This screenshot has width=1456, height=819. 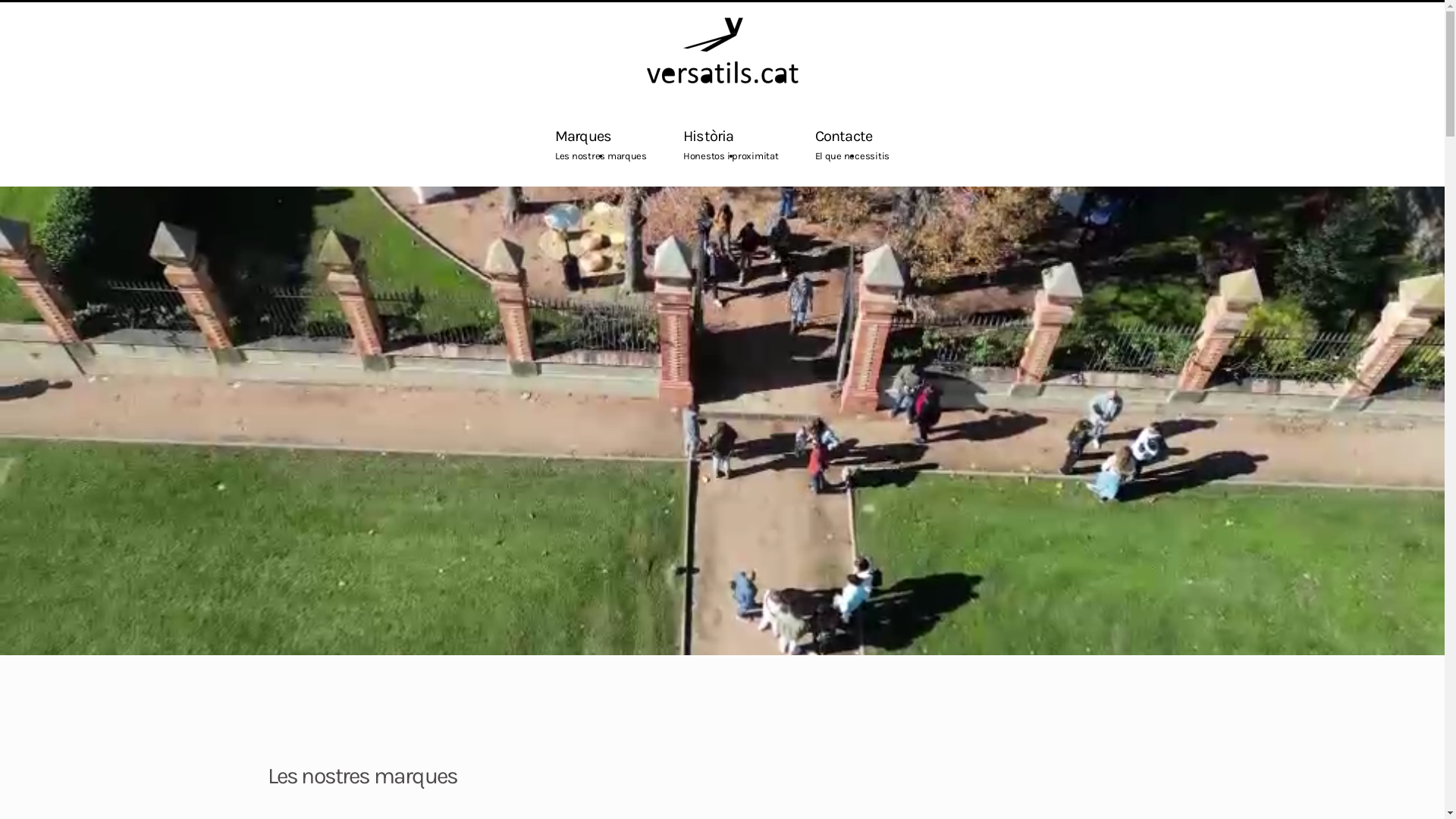 I want to click on 'Marques, so click(x=600, y=143).